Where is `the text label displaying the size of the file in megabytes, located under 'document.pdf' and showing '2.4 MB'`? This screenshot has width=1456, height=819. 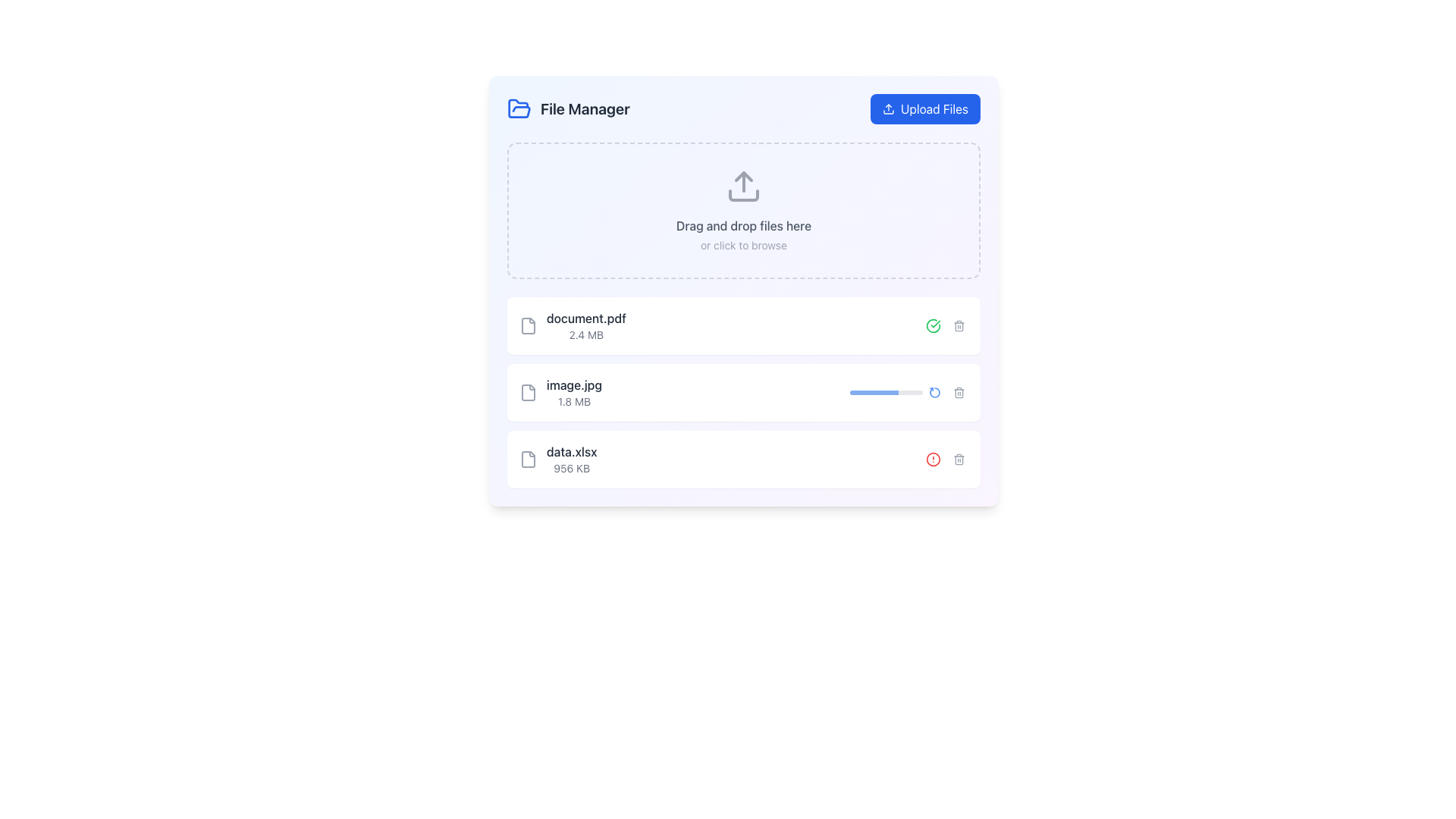 the text label displaying the size of the file in megabytes, located under 'document.pdf' and showing '2.4 MB' is located at coordinates (585, 334).